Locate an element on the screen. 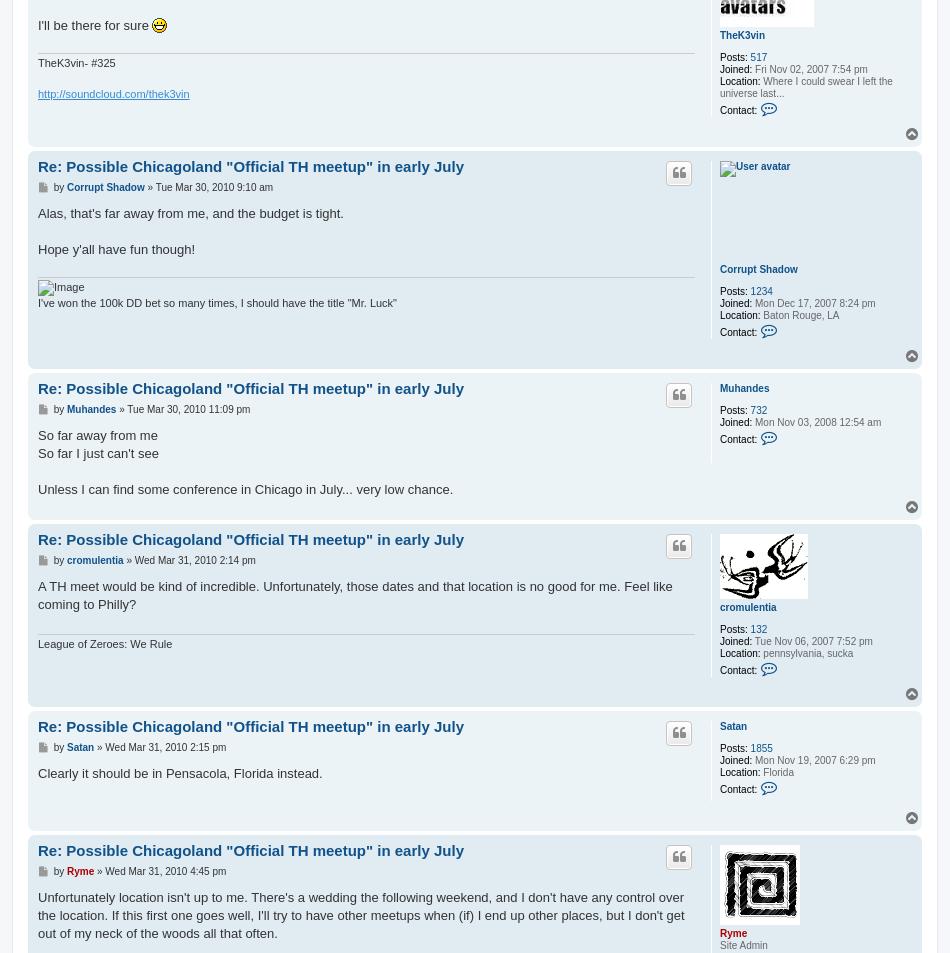 The height and width of the screenshot is (953, 950). 'Tue Nov 06, 2007 7:52 pm' is located at coordinates (810, 641).